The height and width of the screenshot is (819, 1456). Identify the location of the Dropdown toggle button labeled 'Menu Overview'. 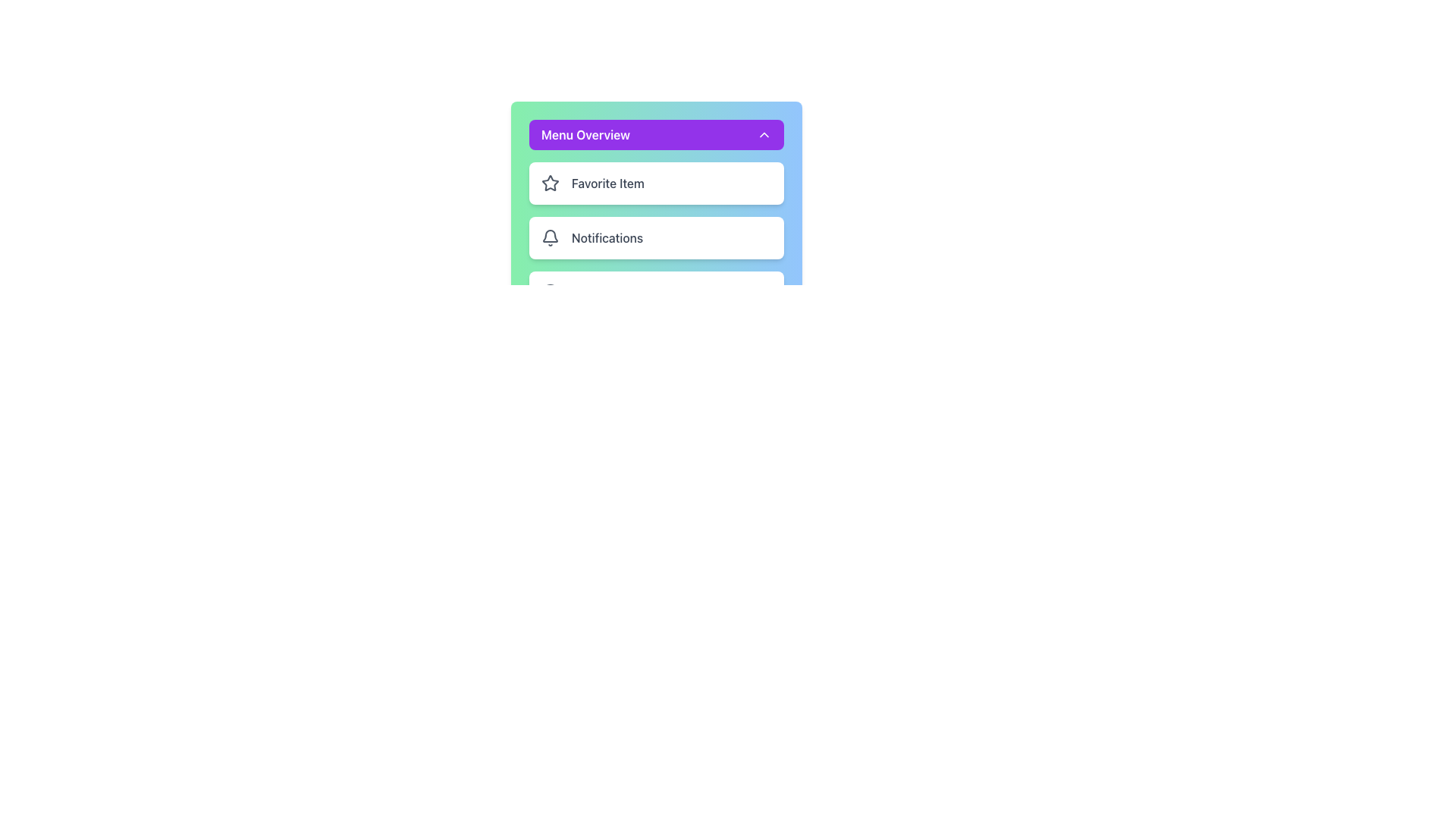
(656, 133).